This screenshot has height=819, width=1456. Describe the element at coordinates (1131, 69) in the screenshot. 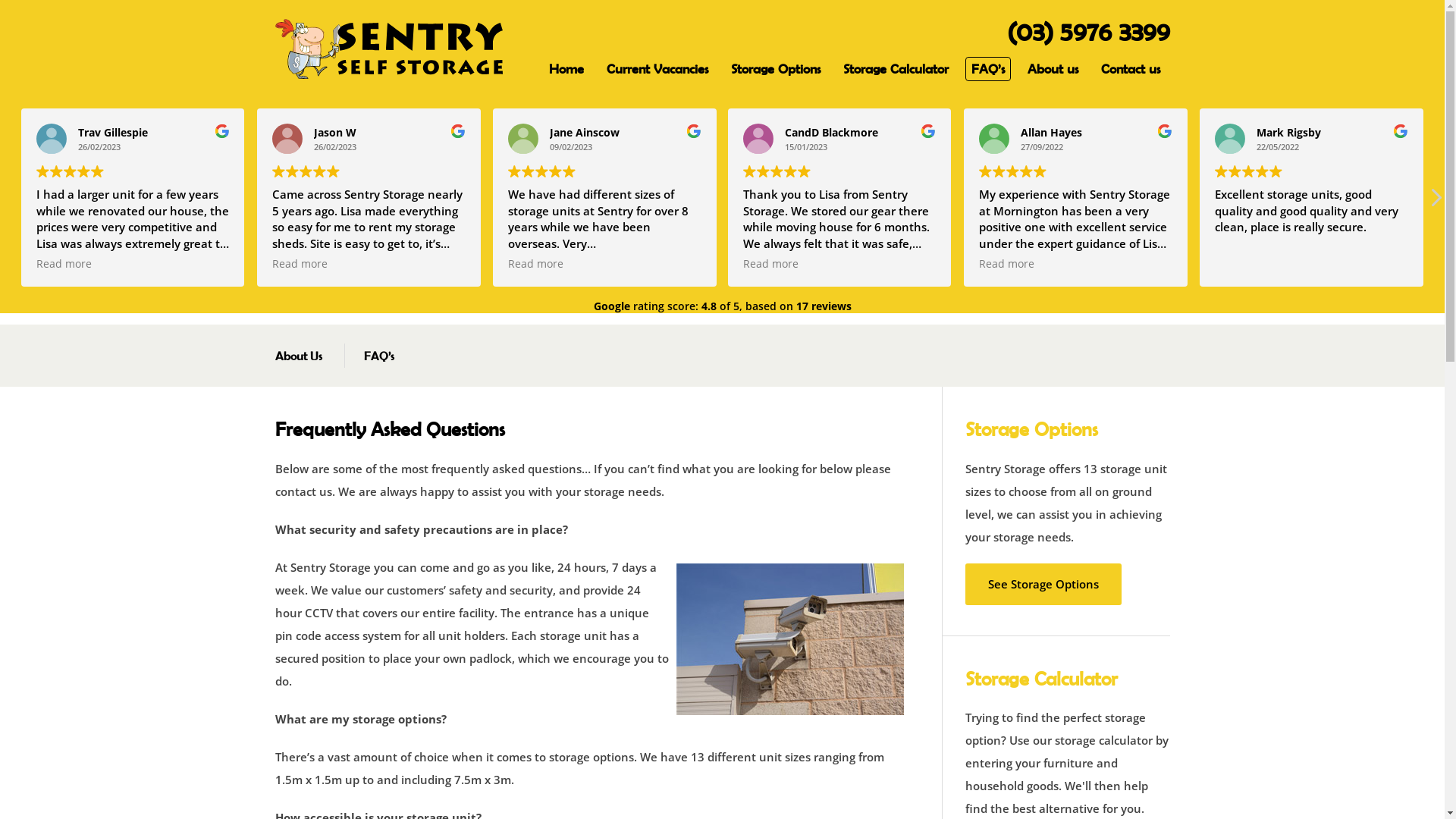

I see `'Contact us'` at that location.